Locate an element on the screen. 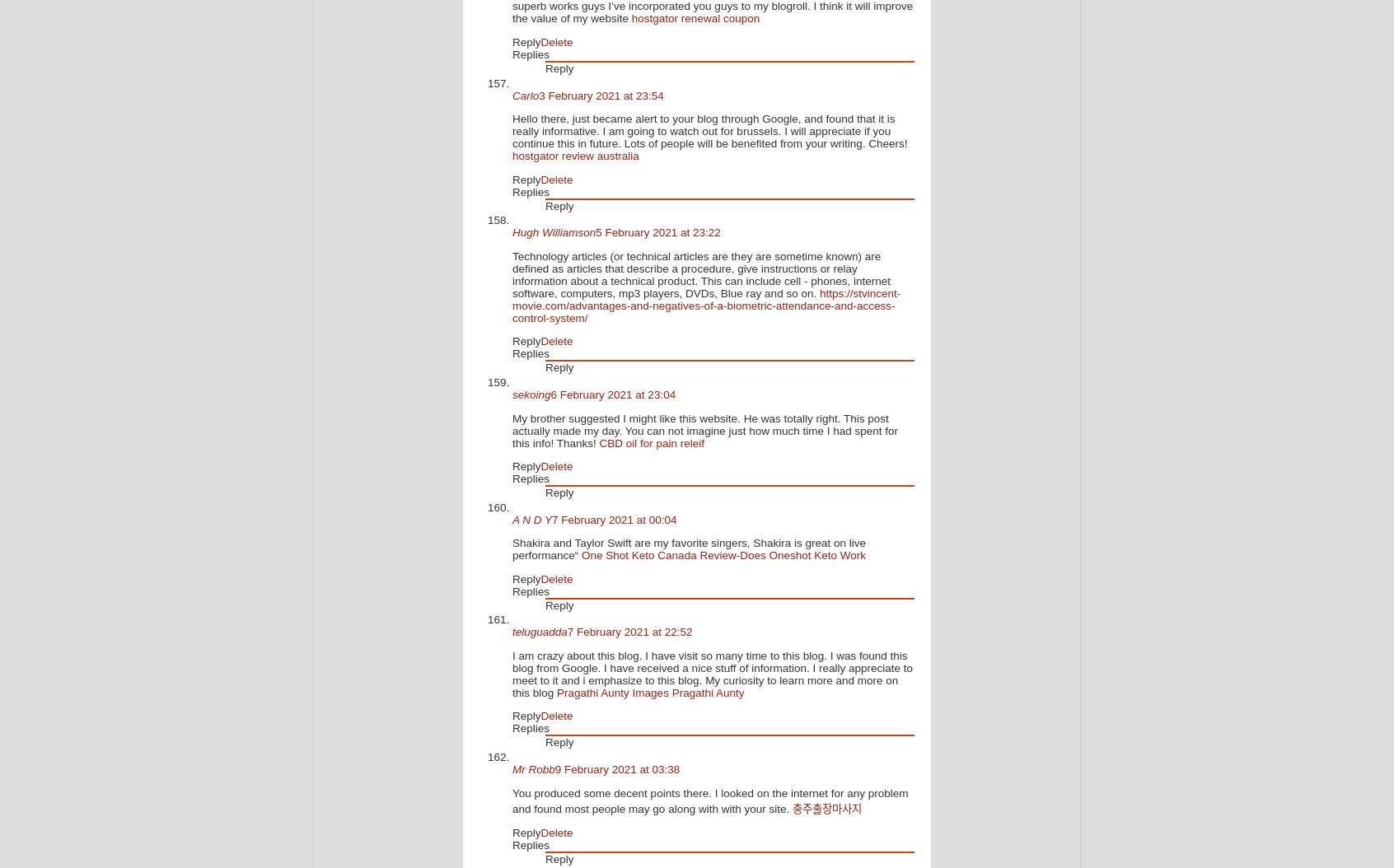 The width and height of the screenshot is (1394, 868). 'https://stvincent-movie.com/advantages-and-negatives-of-a-biometric-attendance-and-access-control-system/' is located at coordinates (705, 304).